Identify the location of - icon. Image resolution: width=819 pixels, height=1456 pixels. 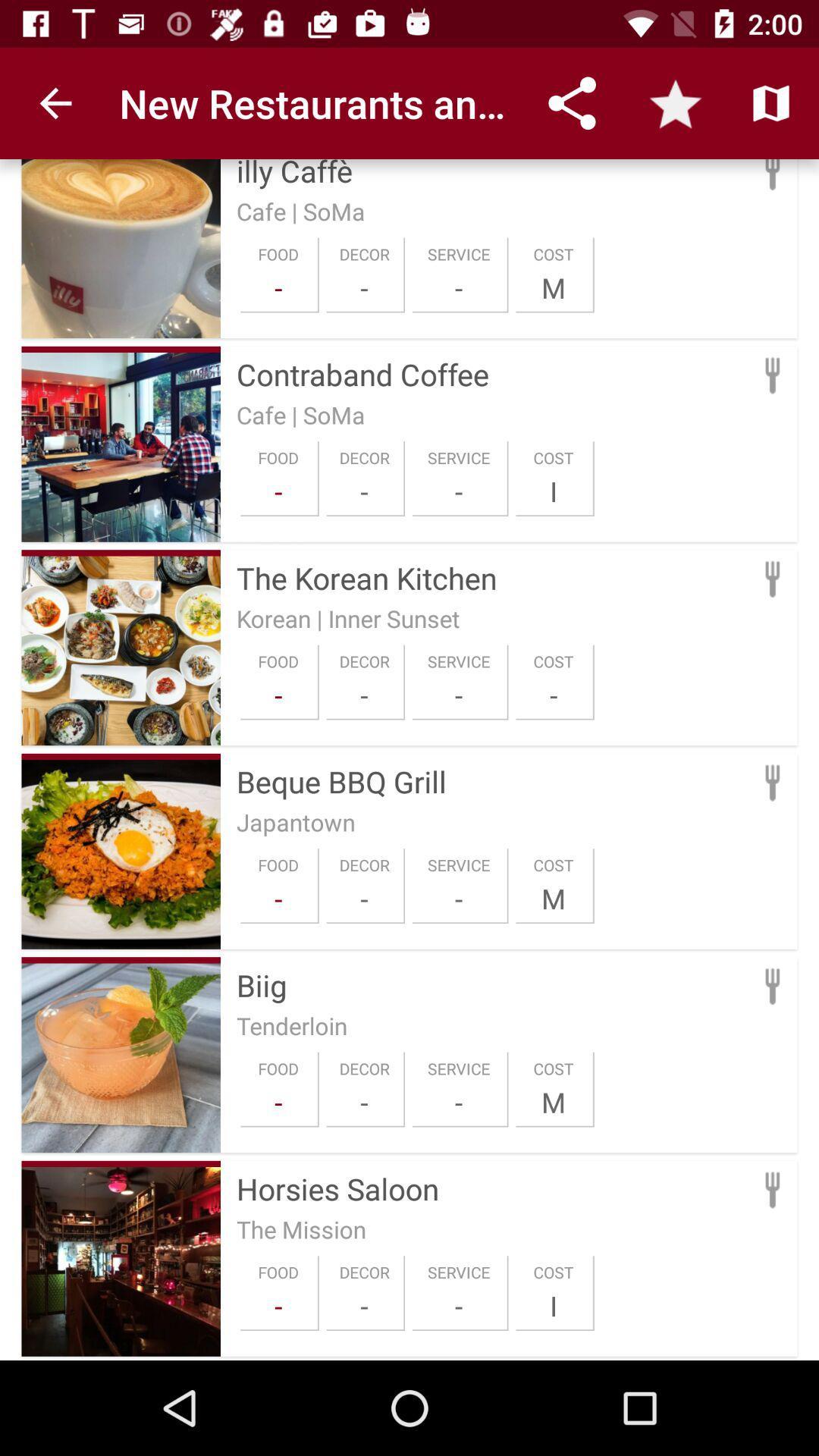
(364, 899).